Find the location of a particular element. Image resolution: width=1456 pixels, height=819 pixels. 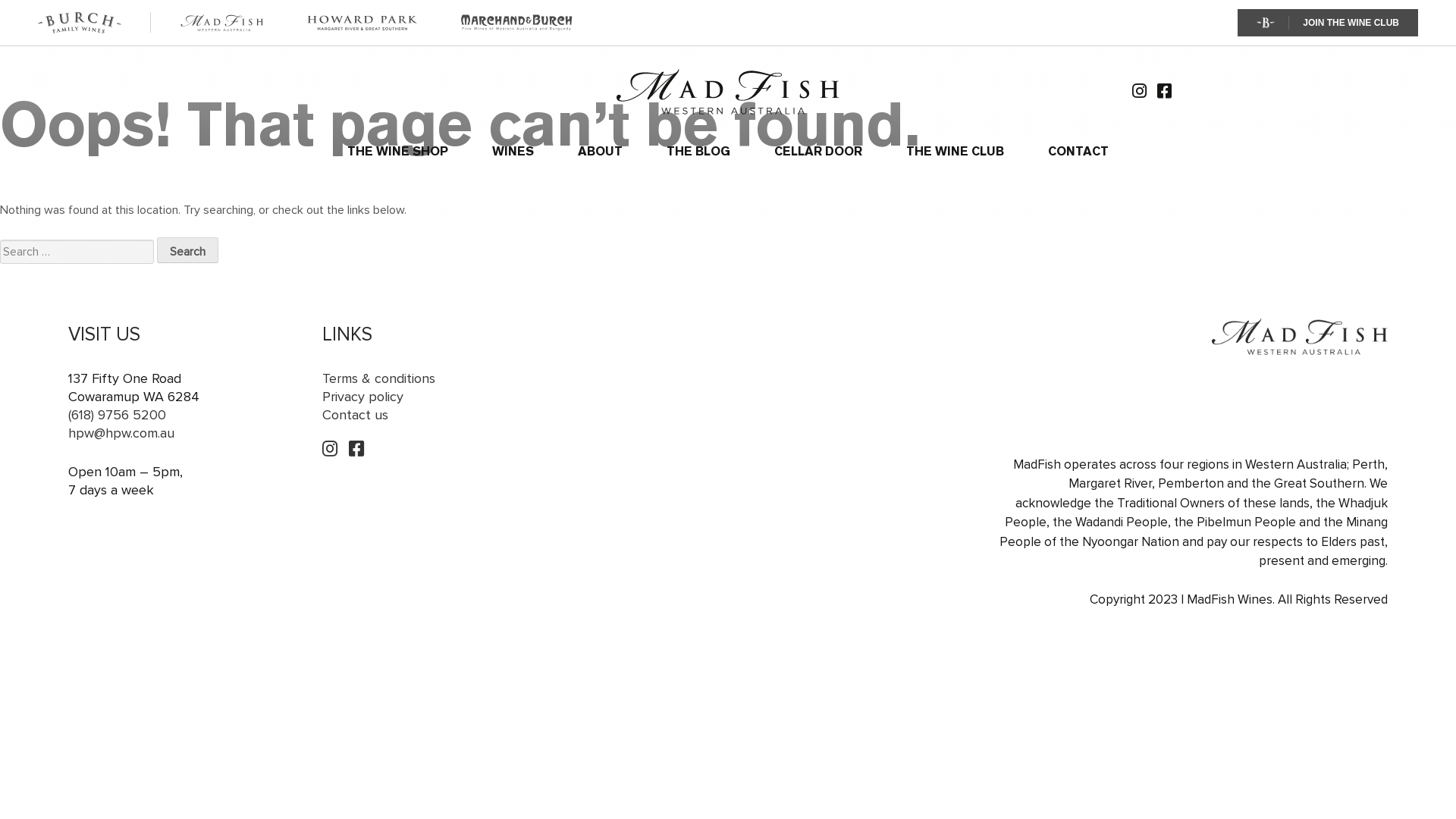

'CONTACT' is located at coordinates (1077, 151).